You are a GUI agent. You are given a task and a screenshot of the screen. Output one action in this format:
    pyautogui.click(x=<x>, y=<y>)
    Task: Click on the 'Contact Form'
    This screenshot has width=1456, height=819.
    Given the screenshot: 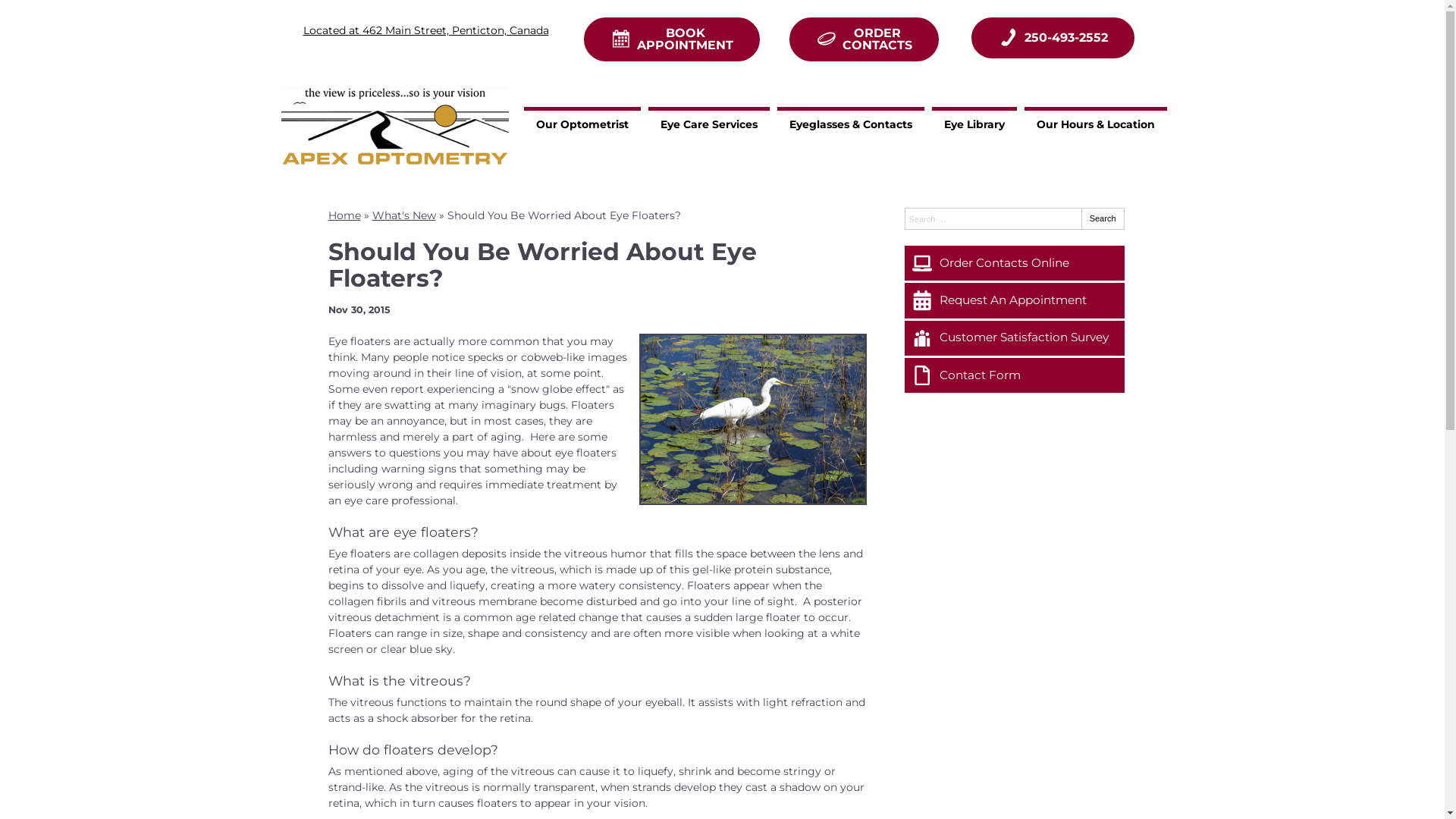 What is the action you would take?
    pyautogui.click(x=1014, y=375)
    